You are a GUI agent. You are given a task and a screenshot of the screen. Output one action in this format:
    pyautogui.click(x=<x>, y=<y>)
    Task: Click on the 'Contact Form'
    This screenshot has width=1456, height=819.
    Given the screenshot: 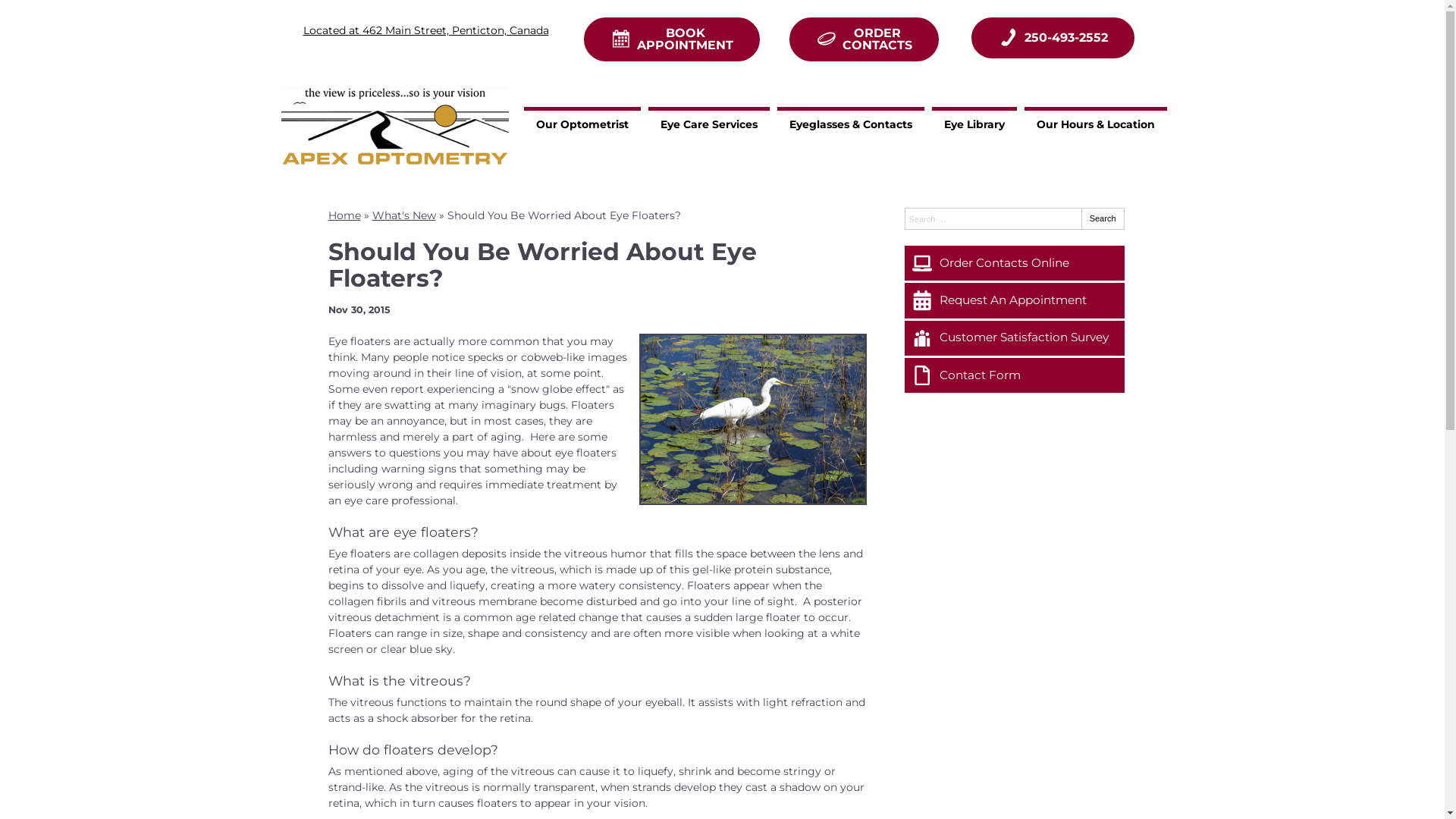 What is the action you would take?
    pyautogui.click(x=1014, y=375)
    